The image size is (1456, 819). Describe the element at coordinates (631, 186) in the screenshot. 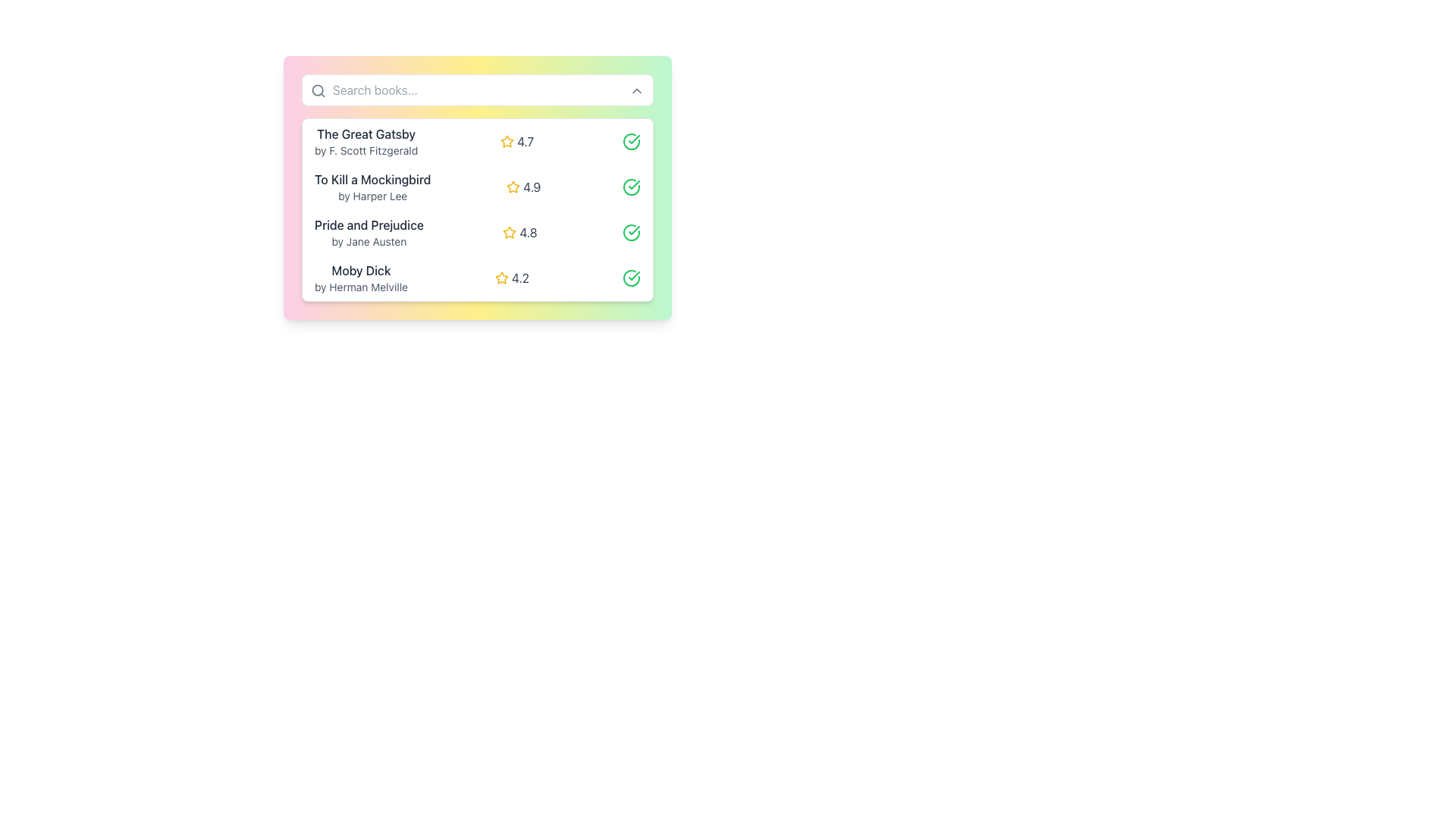

I see `the outer circular outline of the green confirmation icon next to the 'To Kill a Mockingbird' book listing` at that location.